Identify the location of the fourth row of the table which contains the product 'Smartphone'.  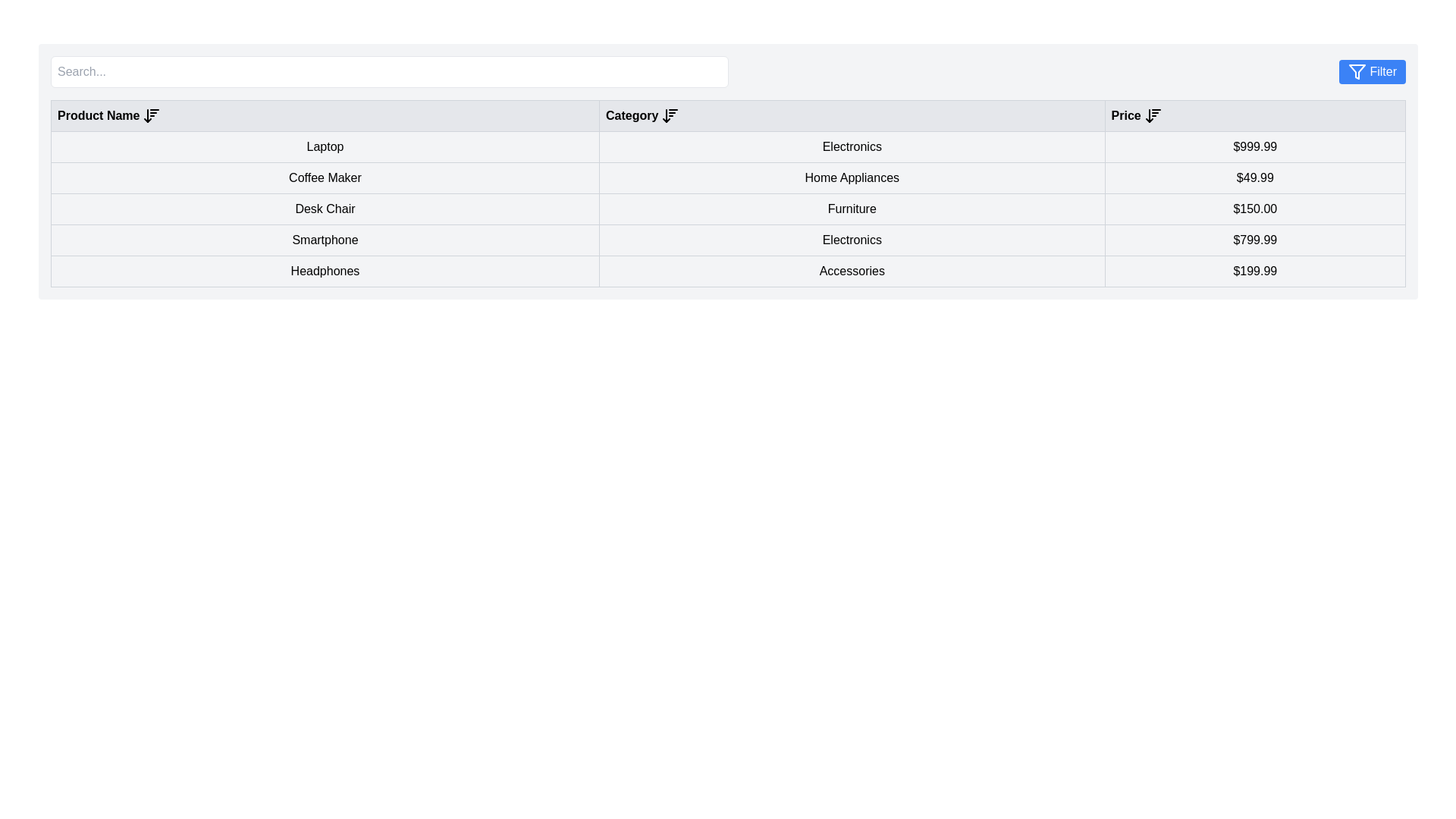
(728, 239).